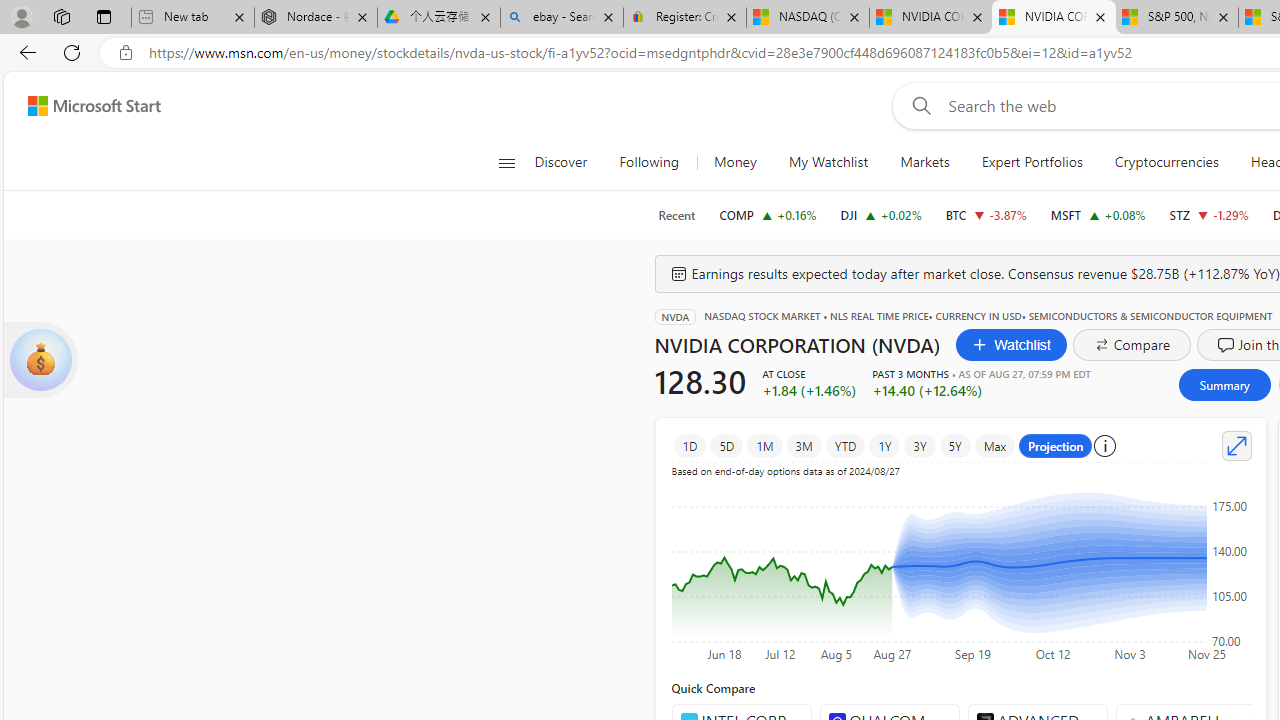 The width and height of the screenshot is (1280, 720). Describe the element at coordinates (828, 162) in the screenshot. I see `'My Watchlist'` at that location.